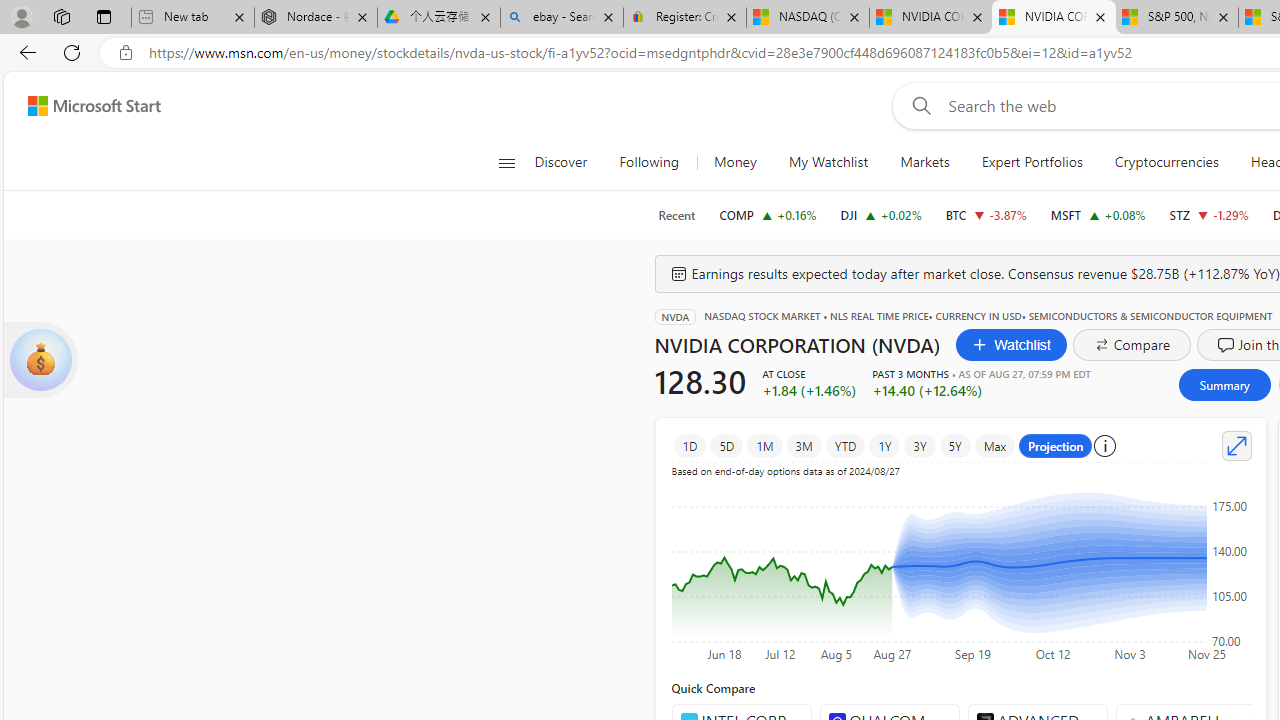 The width and height of the screenshot is (1280, 720). Describe the element at coordinates (828, 162) in the screenshot. I see `'My Watchlist'` at that location.